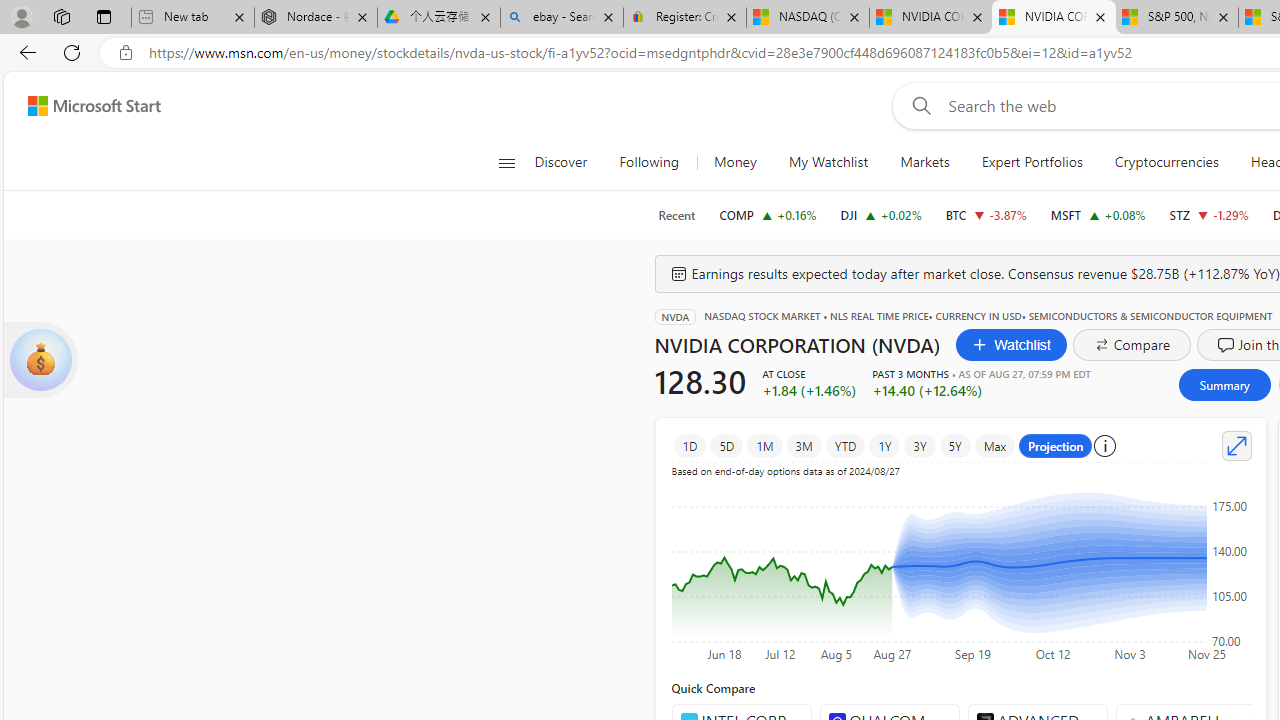 The width and height of the screenshot is (1280, 720). Describe the element at coordinates (828, 162) in the screenshot. I see `'My Watchlist'` at that location.